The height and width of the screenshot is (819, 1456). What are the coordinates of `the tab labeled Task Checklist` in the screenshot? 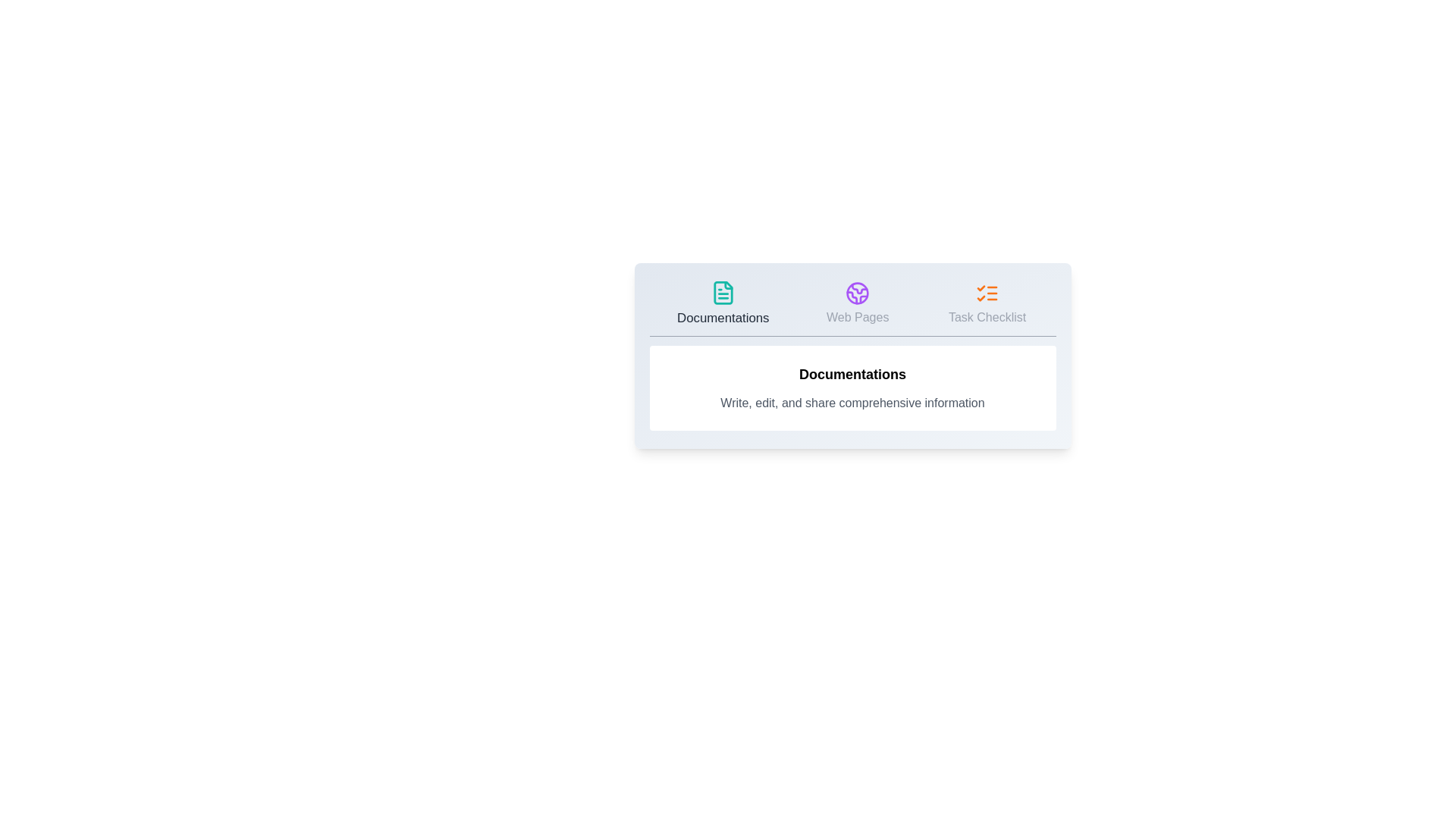 It's located at (987, 304).